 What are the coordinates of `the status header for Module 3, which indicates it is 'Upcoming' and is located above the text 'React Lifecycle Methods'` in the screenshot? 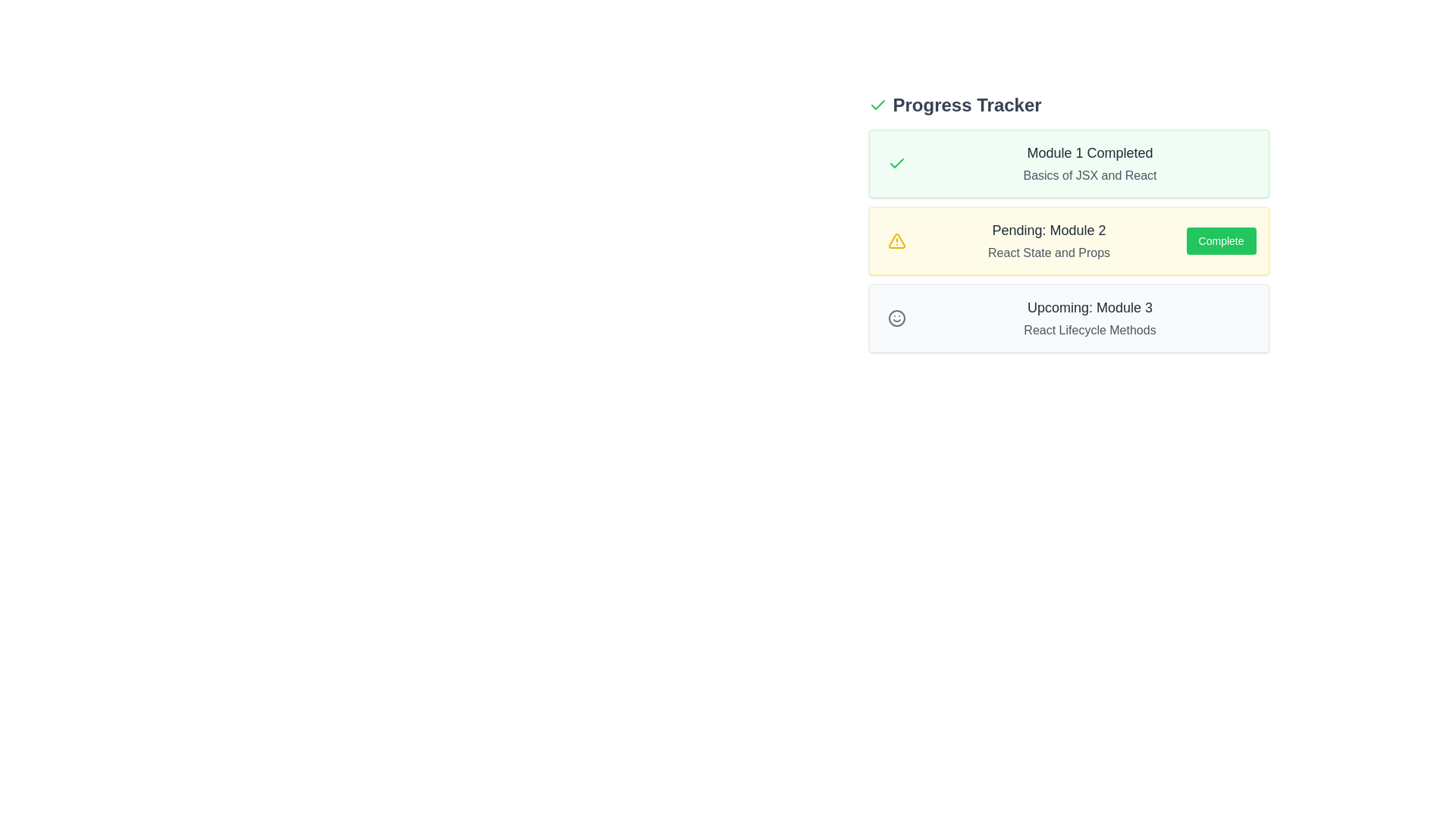 It's located at (1089, 307).